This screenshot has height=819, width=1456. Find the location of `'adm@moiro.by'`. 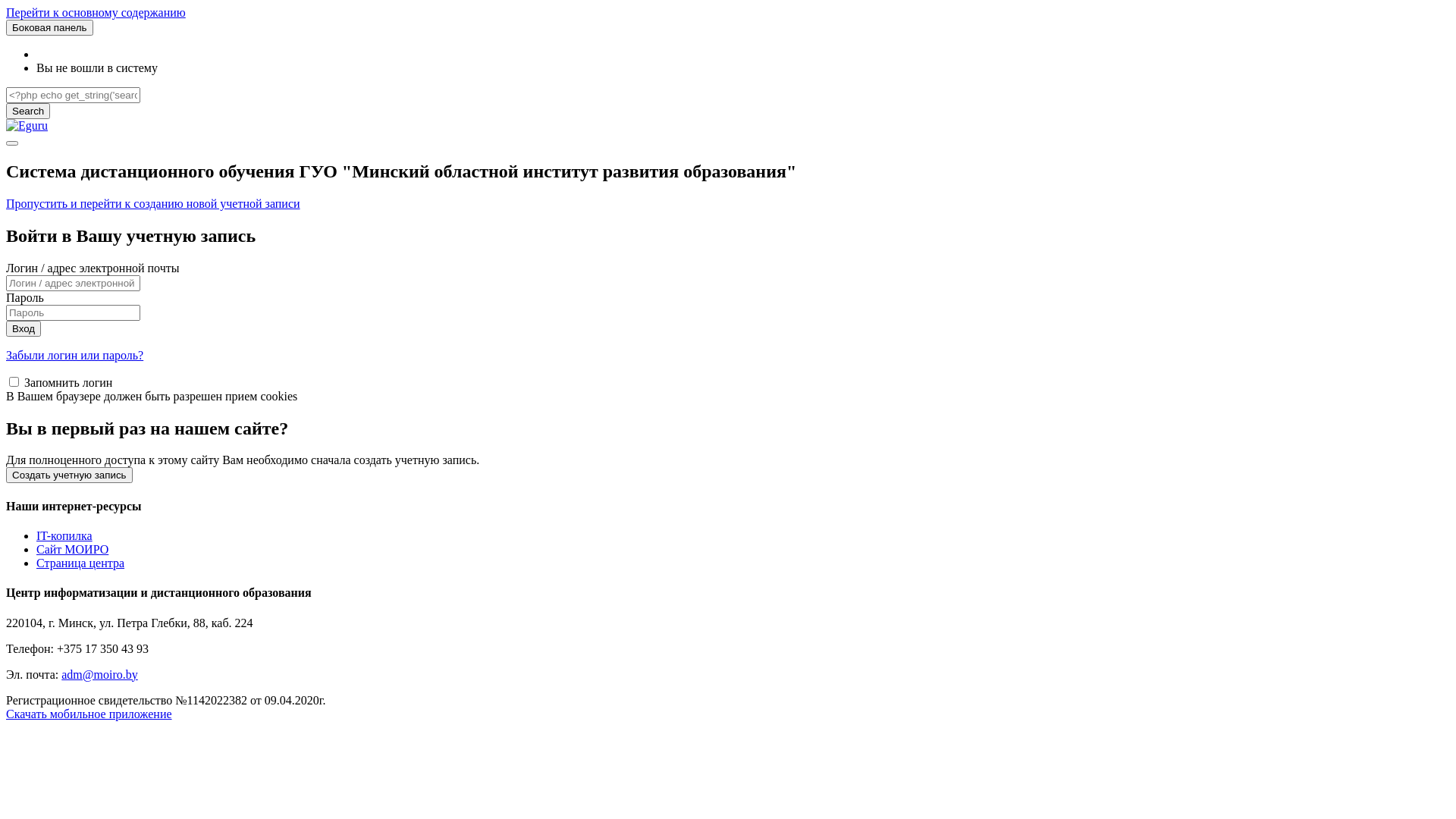

'adm@moiro.by' is located at coordinates (99, 673).